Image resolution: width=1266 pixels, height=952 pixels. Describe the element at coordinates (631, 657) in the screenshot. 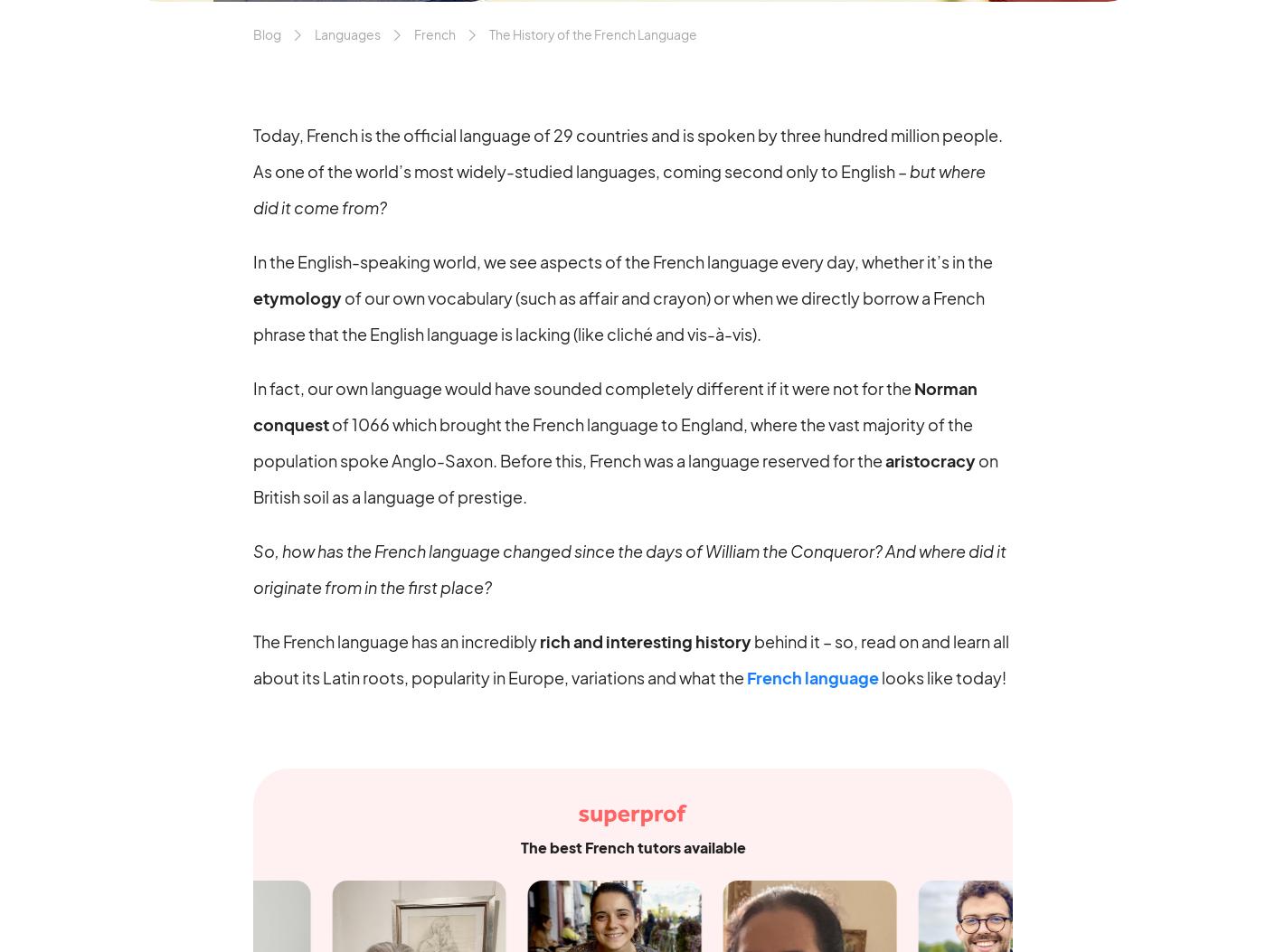

I see `'behind it – so, read on and learn all about its Latin roots, popularity in Europe, variations and what the'` at that location.